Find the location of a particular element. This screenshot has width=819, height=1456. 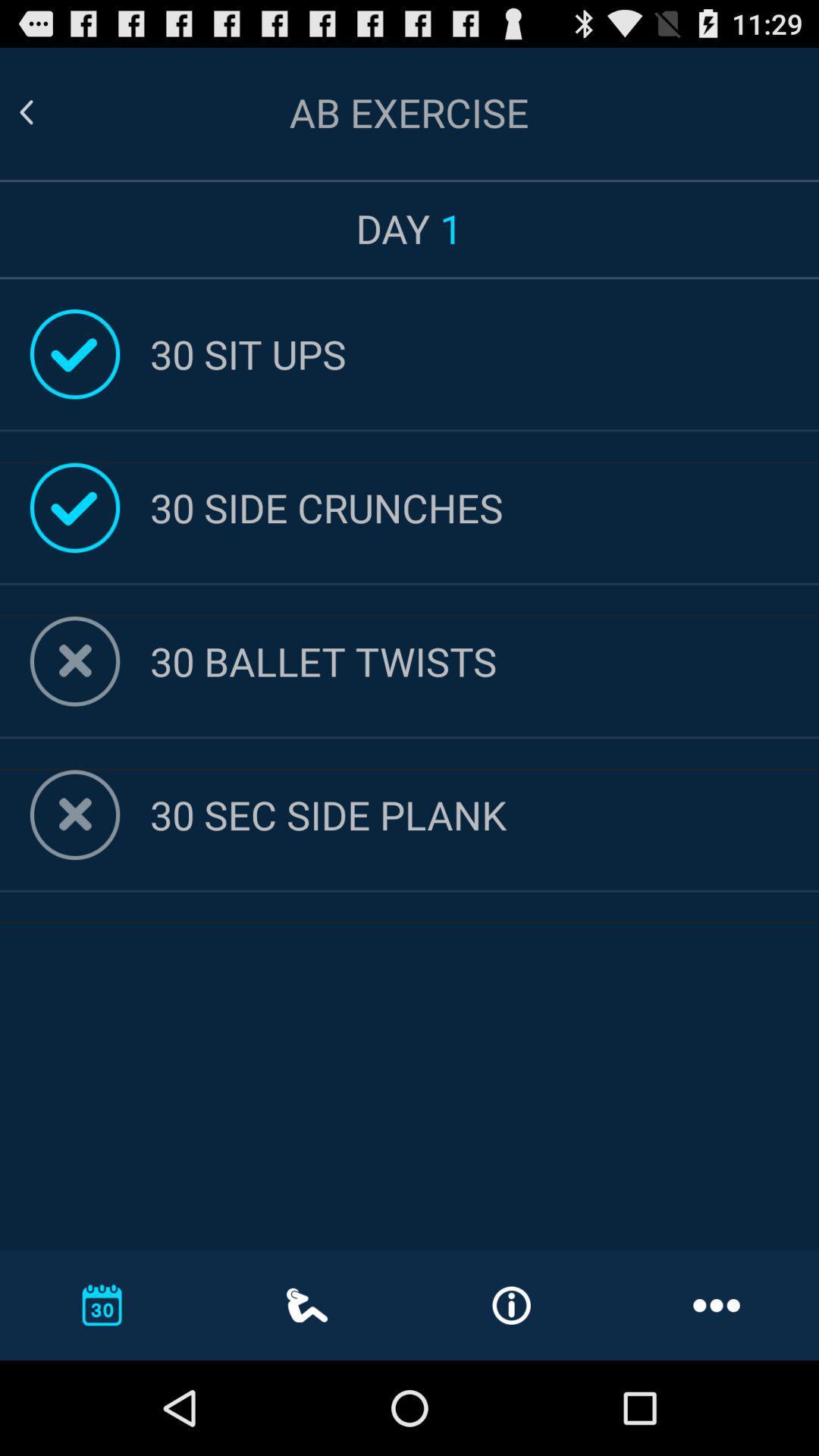

the calendar icon at the bottom left corner of the web page is located at coordinates (102, 1304).